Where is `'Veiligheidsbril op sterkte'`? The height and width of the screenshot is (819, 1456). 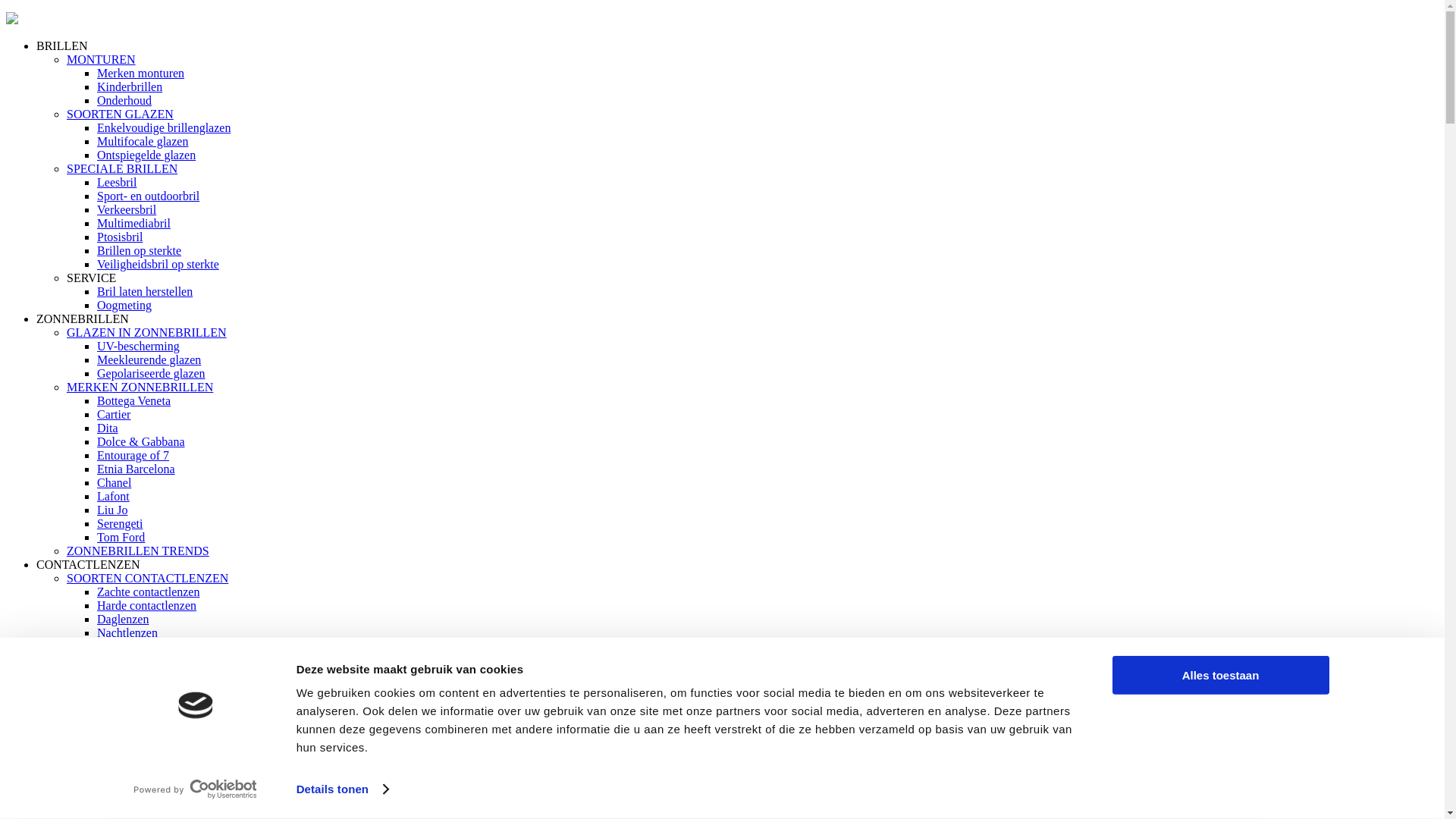 'Veiligheidsbril op sterkte' is located at coordinates (158, 263).